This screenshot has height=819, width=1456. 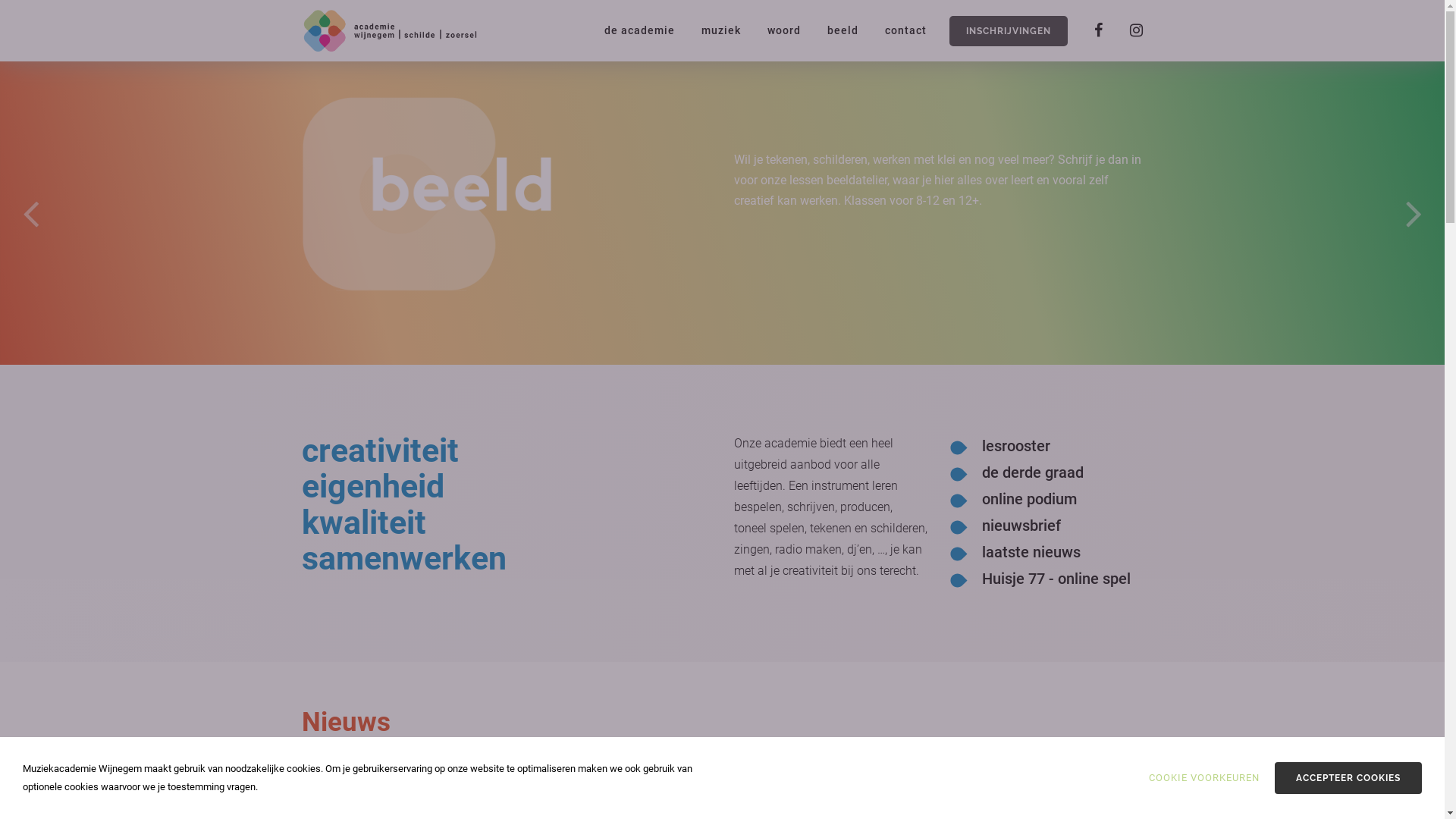 What do you see at coordinates (1020, 525) in the screenshot?
I see `'nieuwsbrief'` at bounding box center [1020, 525].